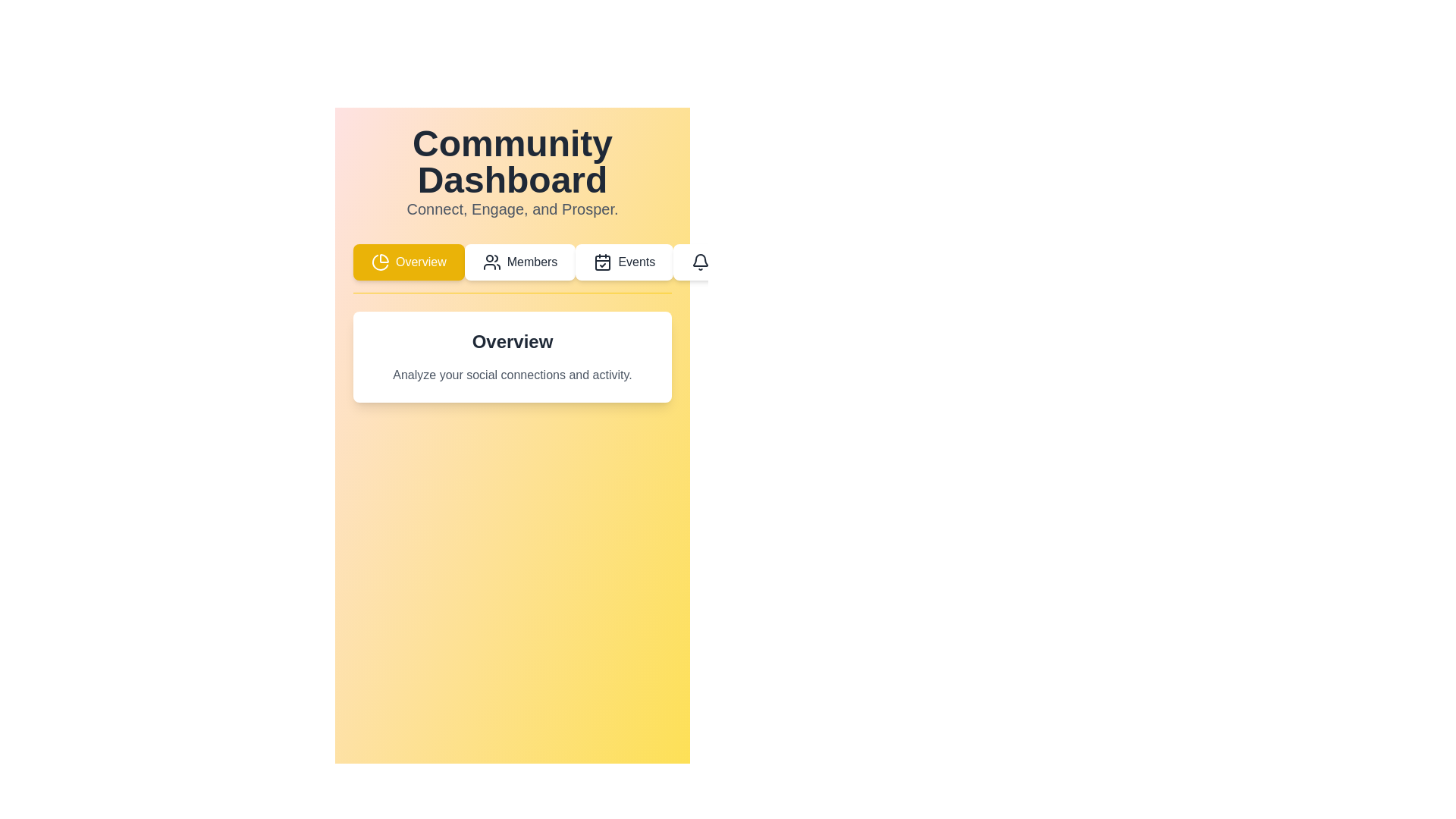  I want to click on the button labeled Overview, so click(408, 262).